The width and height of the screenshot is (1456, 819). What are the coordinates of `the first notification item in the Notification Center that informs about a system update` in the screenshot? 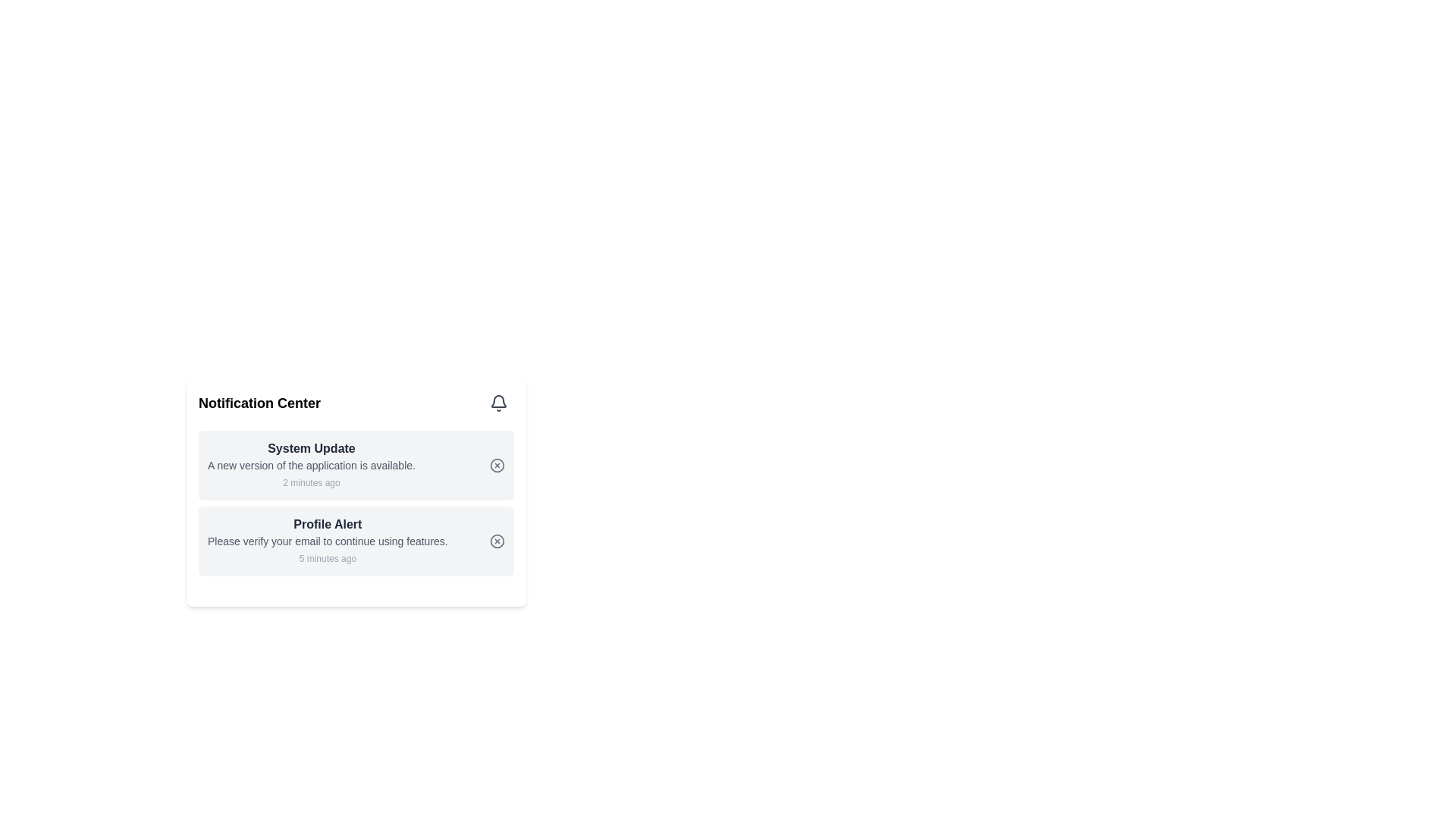 It's located at (311, 464).